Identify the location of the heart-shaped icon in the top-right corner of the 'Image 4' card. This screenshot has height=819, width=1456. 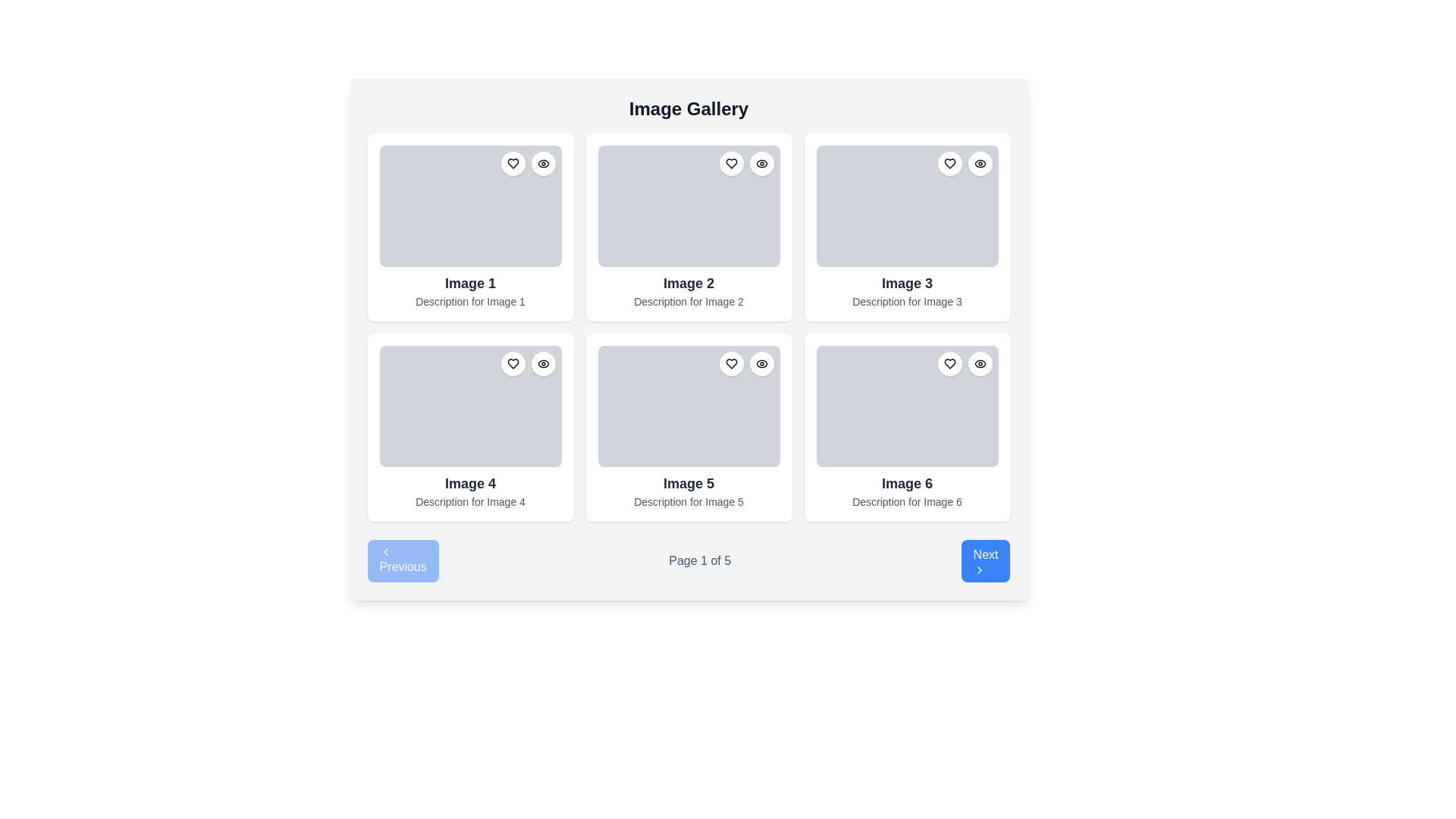
(513, 363).